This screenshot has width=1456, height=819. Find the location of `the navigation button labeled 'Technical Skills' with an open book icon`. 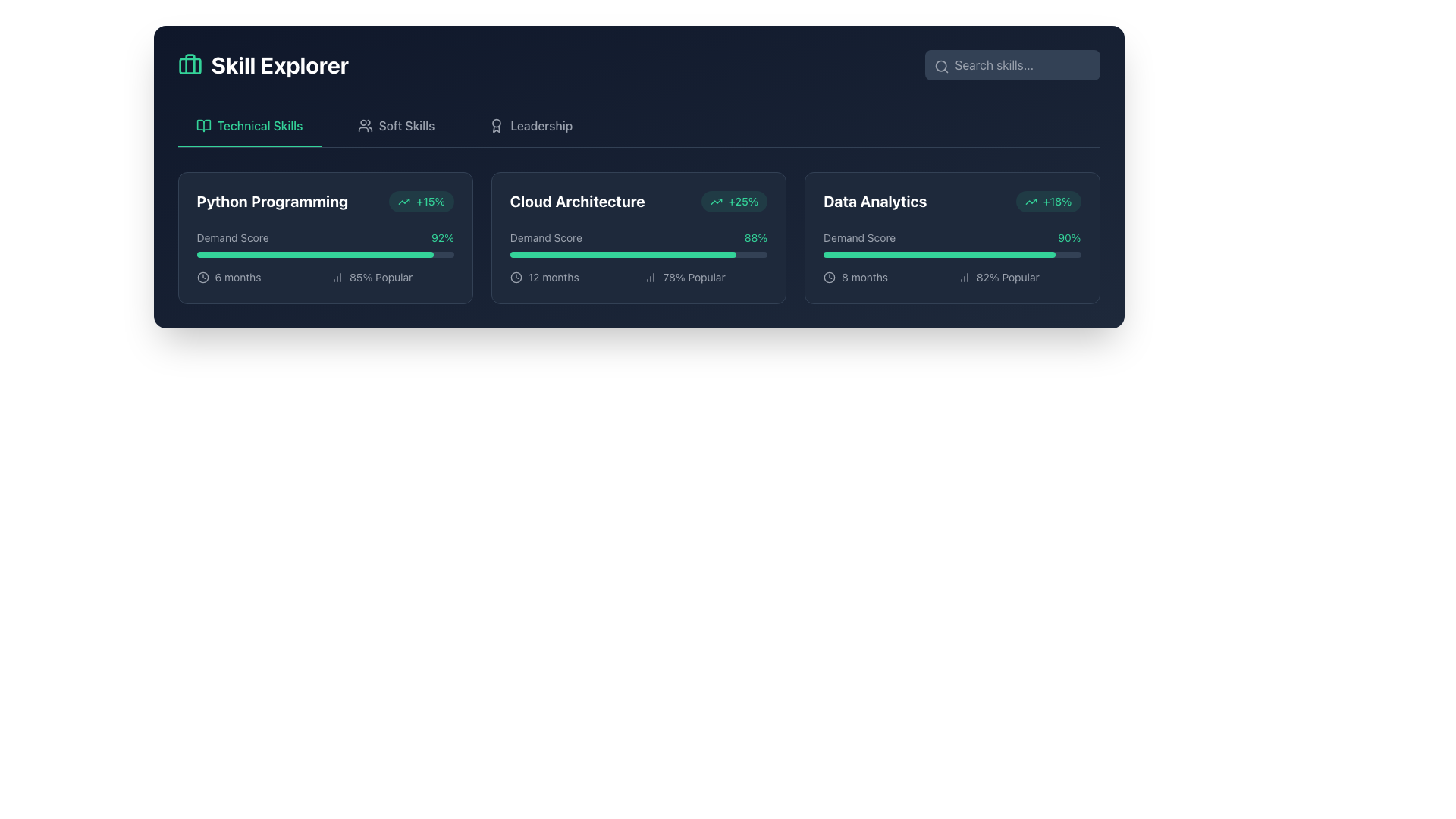

the navigation button labeled 'Technical Skills' with an open book icon is located at coordinates (249, 124).